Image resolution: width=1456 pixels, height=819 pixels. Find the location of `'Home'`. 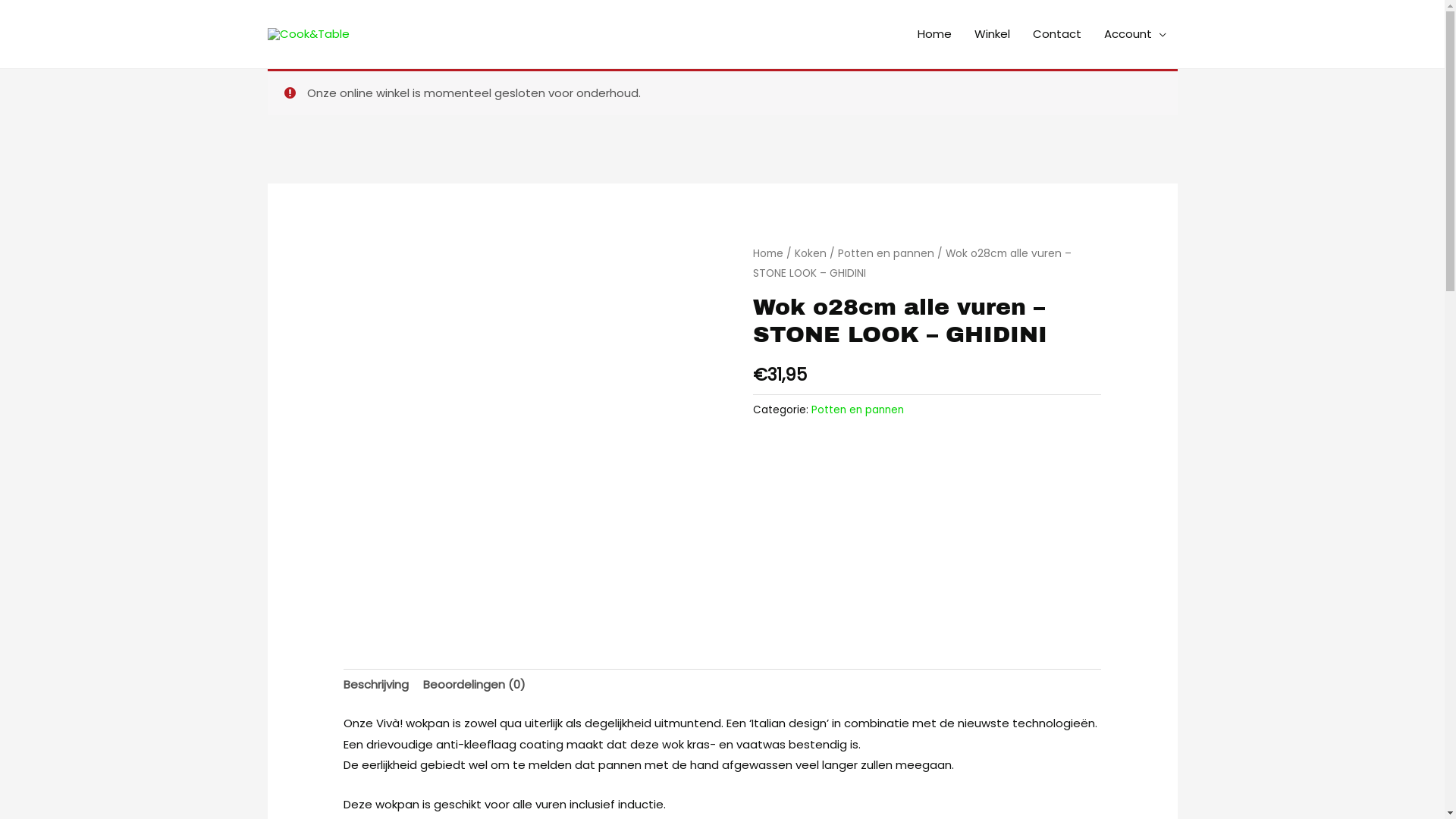

'Home' is located at coordinates (933, 34).